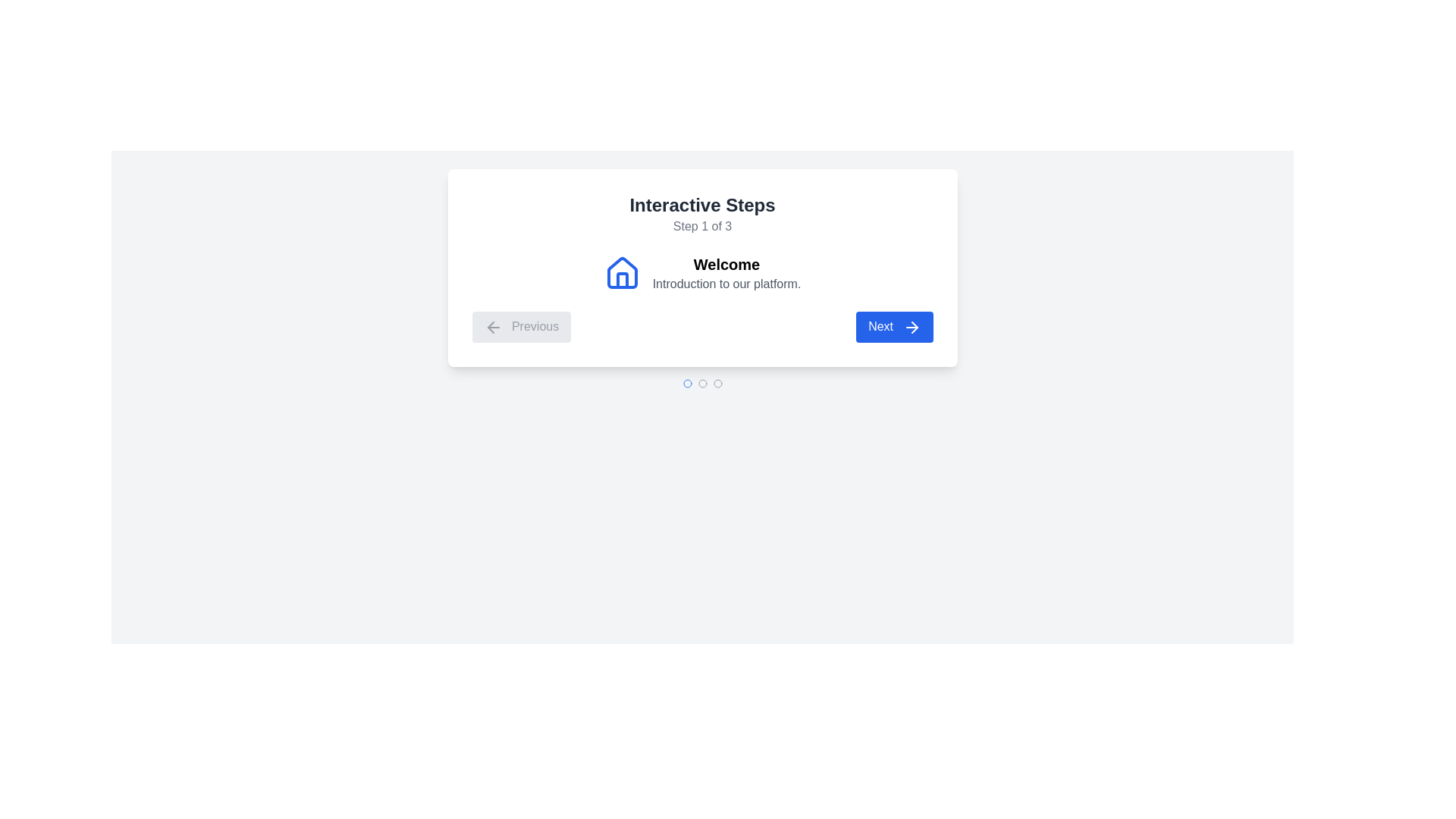  What do you see at coordinates (726, 274) in the screenshot?
I see `the text block containing 'Welcome' in bold and 'Introduction to our platform.' in smaller gray text, which is centrally positioned in the interface` at bounding box center [726, 274].